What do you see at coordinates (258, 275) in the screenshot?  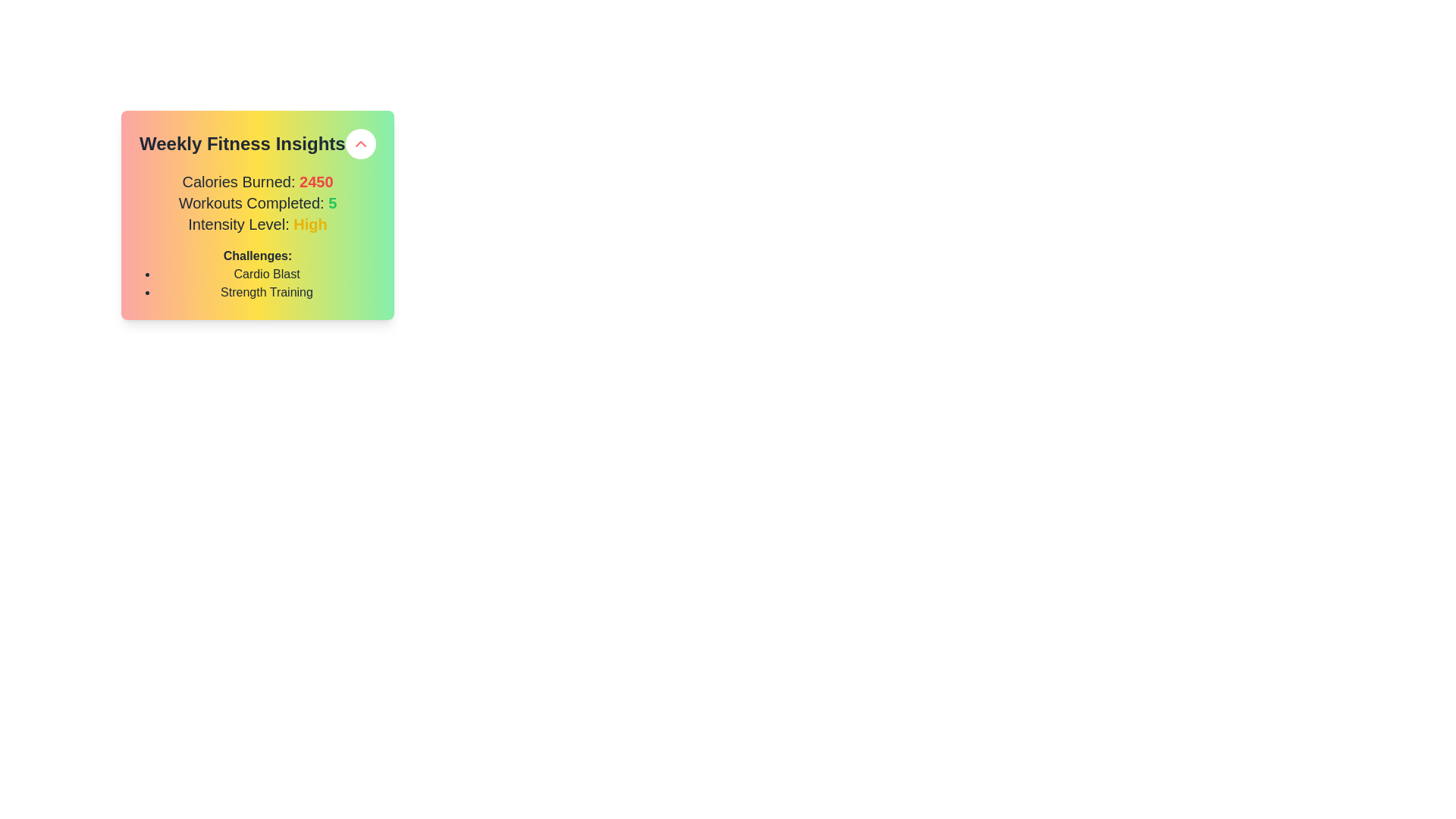 I see `text block labeled 'Challenges:' within the gradient-colored card titled 'Weekly Fitness Insights', which lists 'Cardio Blast' and 'Strength Training' as bullet points` at bounding box center [258, 275].